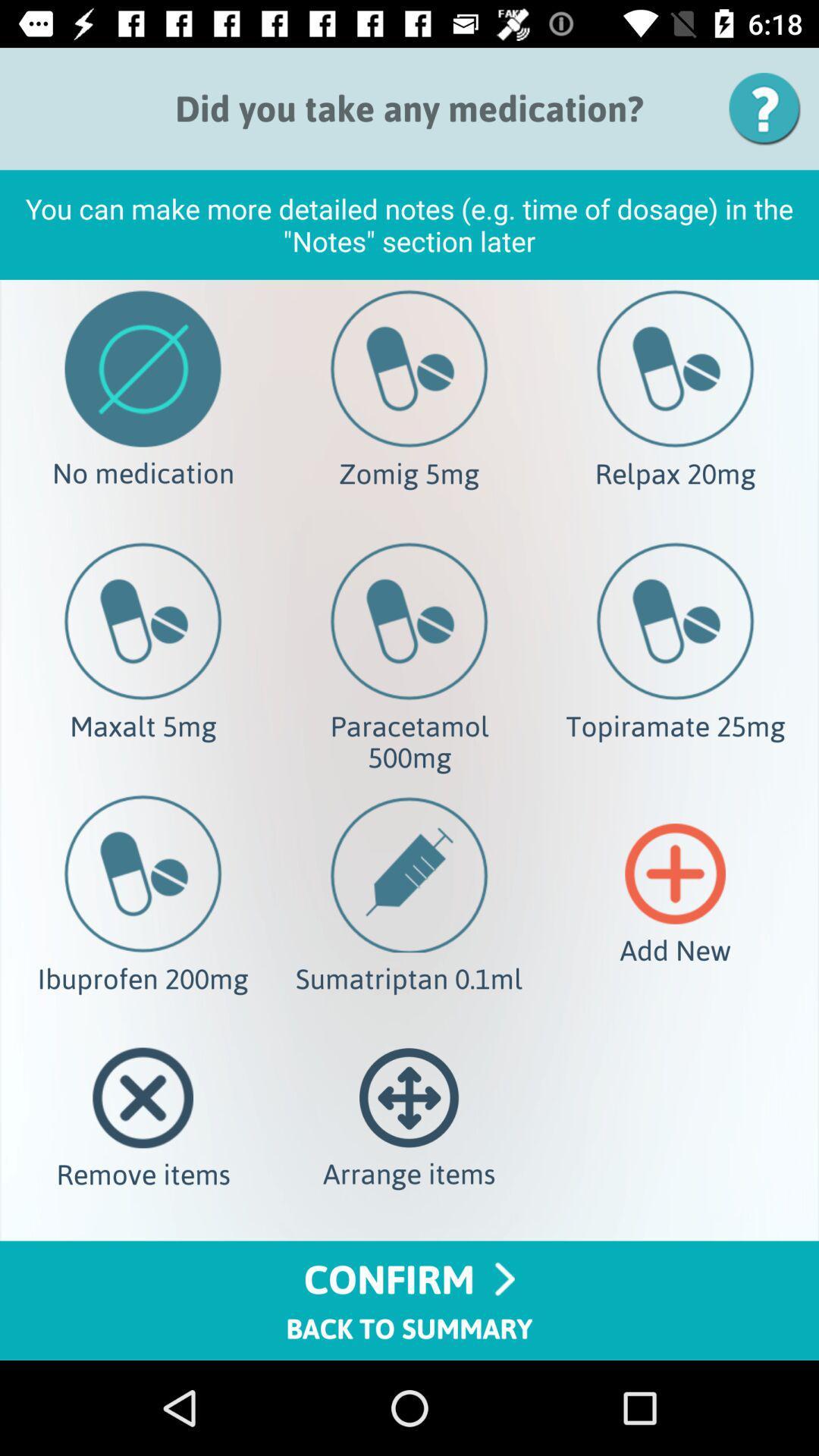 The height and width of the screenshot is (1456, 819). What do you see at coordinates (770, 108) in the screenshot?
I see `icon above you can make app` at bounding box center [770, 108].